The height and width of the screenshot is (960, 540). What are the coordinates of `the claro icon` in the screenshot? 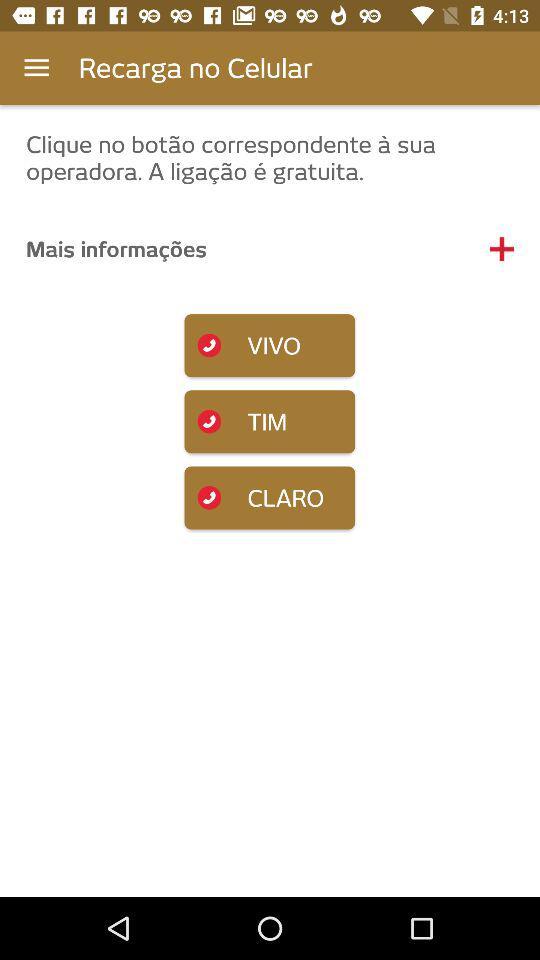 It's located at (269, 496).